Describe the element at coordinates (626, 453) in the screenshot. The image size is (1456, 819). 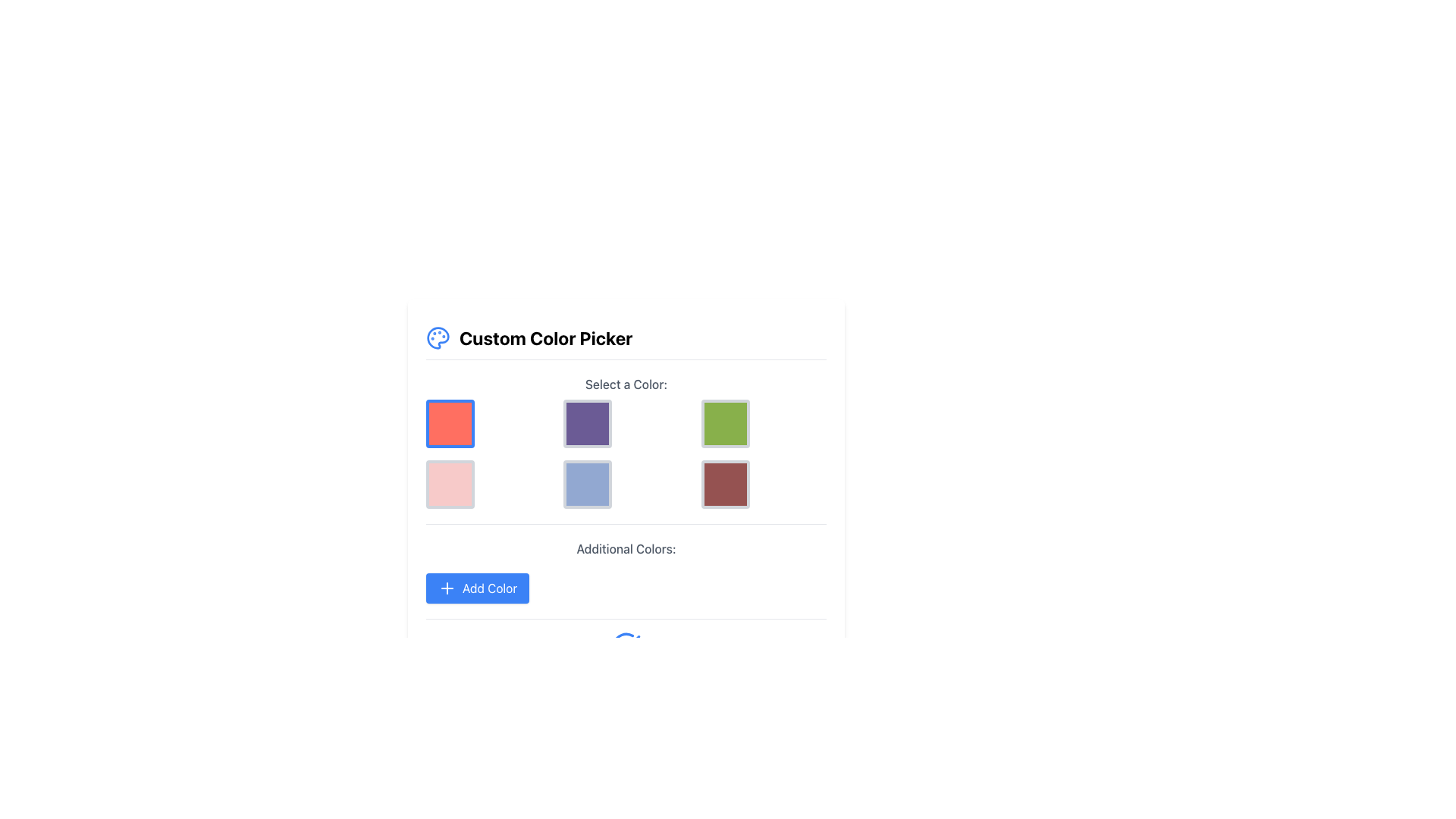
I see `the color selection interface grid element located below the heading 'Select a Color:' for accessibility purposes` at that location.